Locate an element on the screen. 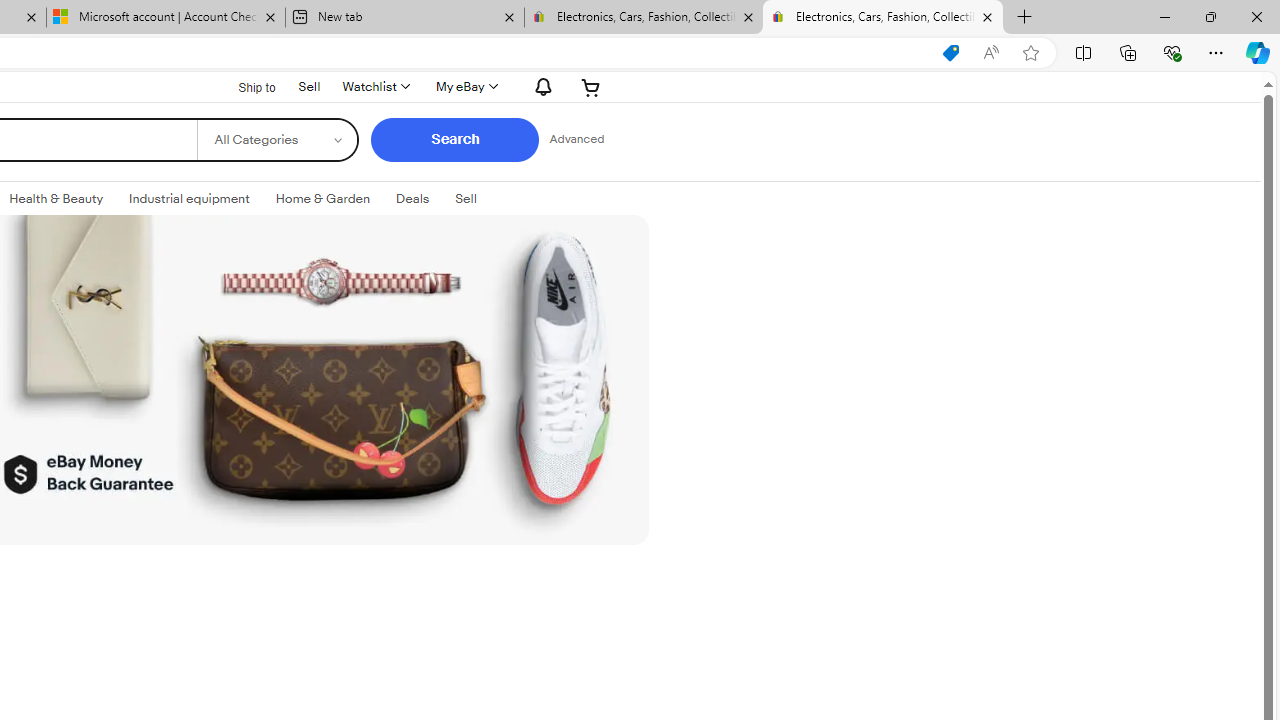  'Home & GardenExpand: Home & Garden' is located at coordinates (323, 199).